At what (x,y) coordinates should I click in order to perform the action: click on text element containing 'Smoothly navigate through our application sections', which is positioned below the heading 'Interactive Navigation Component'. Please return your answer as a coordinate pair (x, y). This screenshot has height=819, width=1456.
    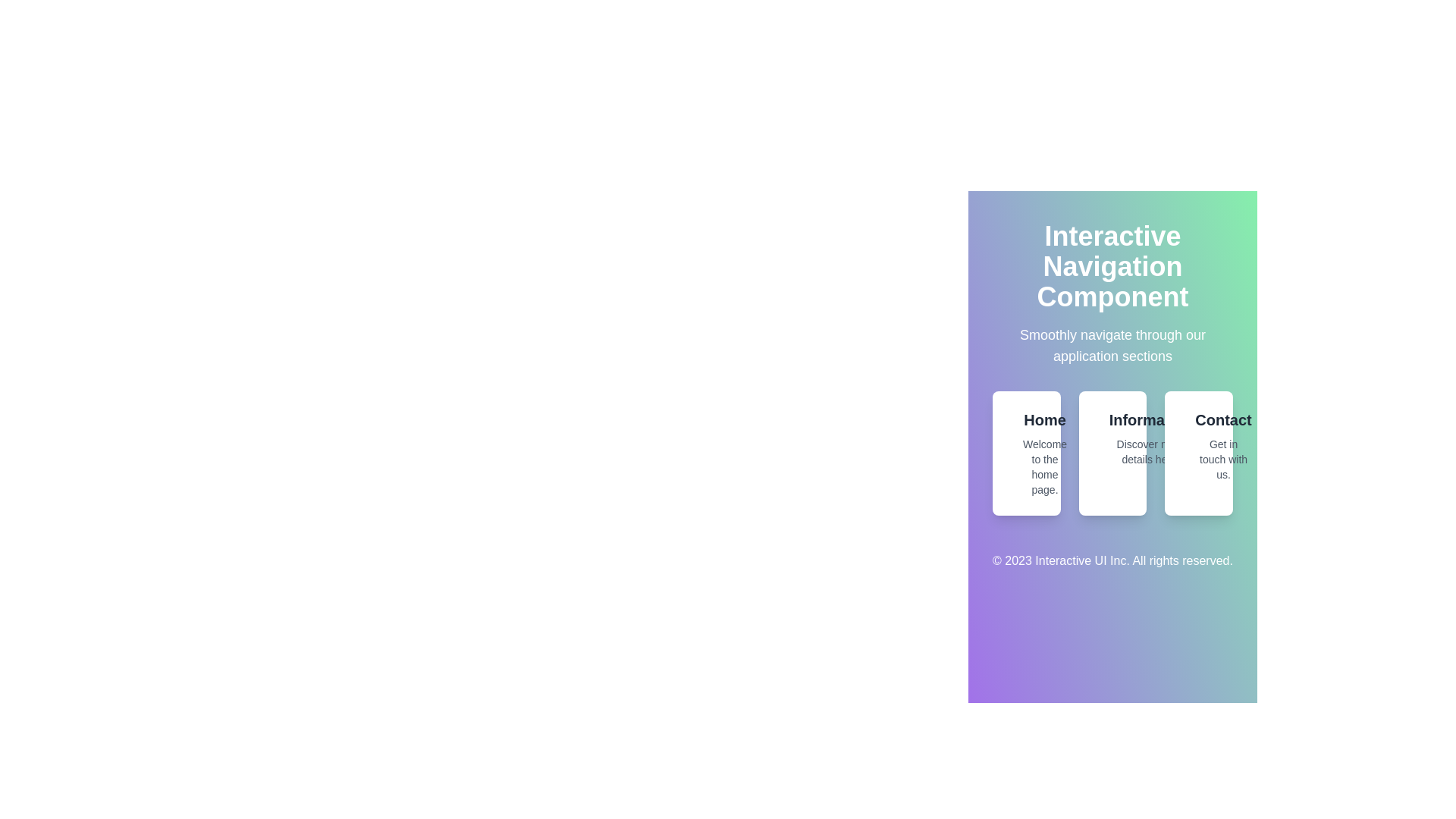
    Looking at the image, I should click on (1112, 345).